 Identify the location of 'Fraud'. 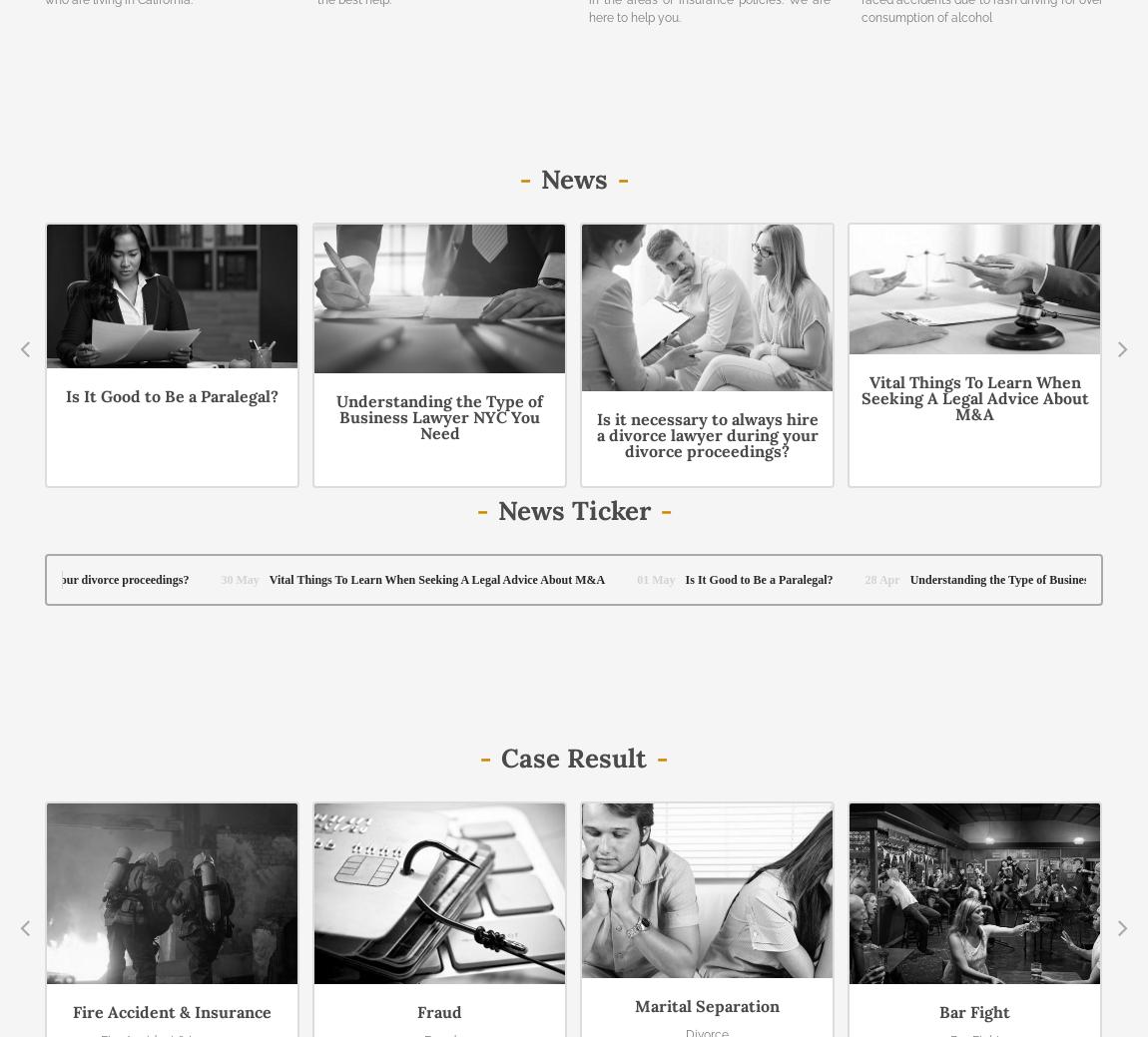
(417, 1011).